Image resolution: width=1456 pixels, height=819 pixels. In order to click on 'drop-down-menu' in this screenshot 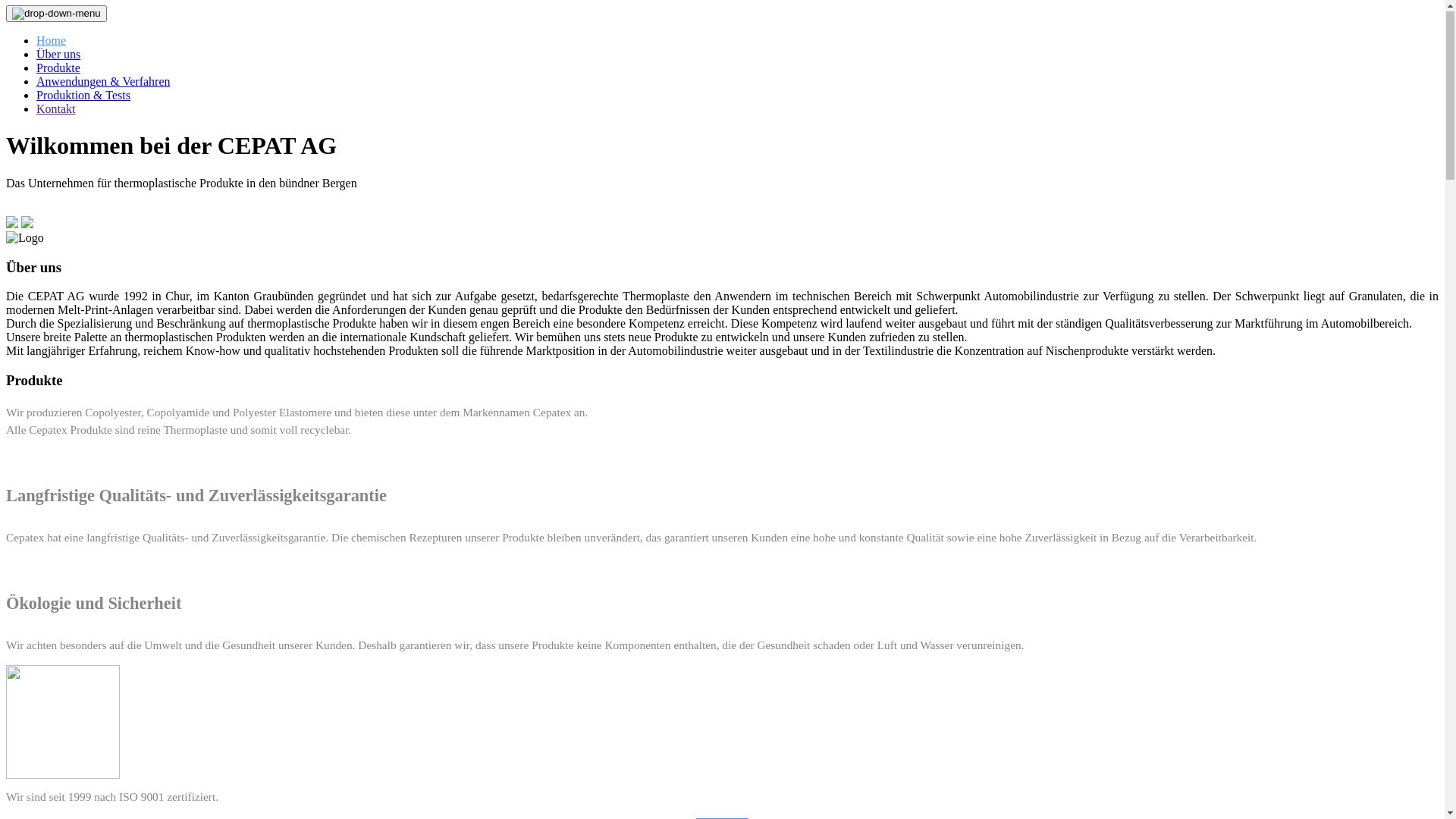, I will do `click(56, 14)`.